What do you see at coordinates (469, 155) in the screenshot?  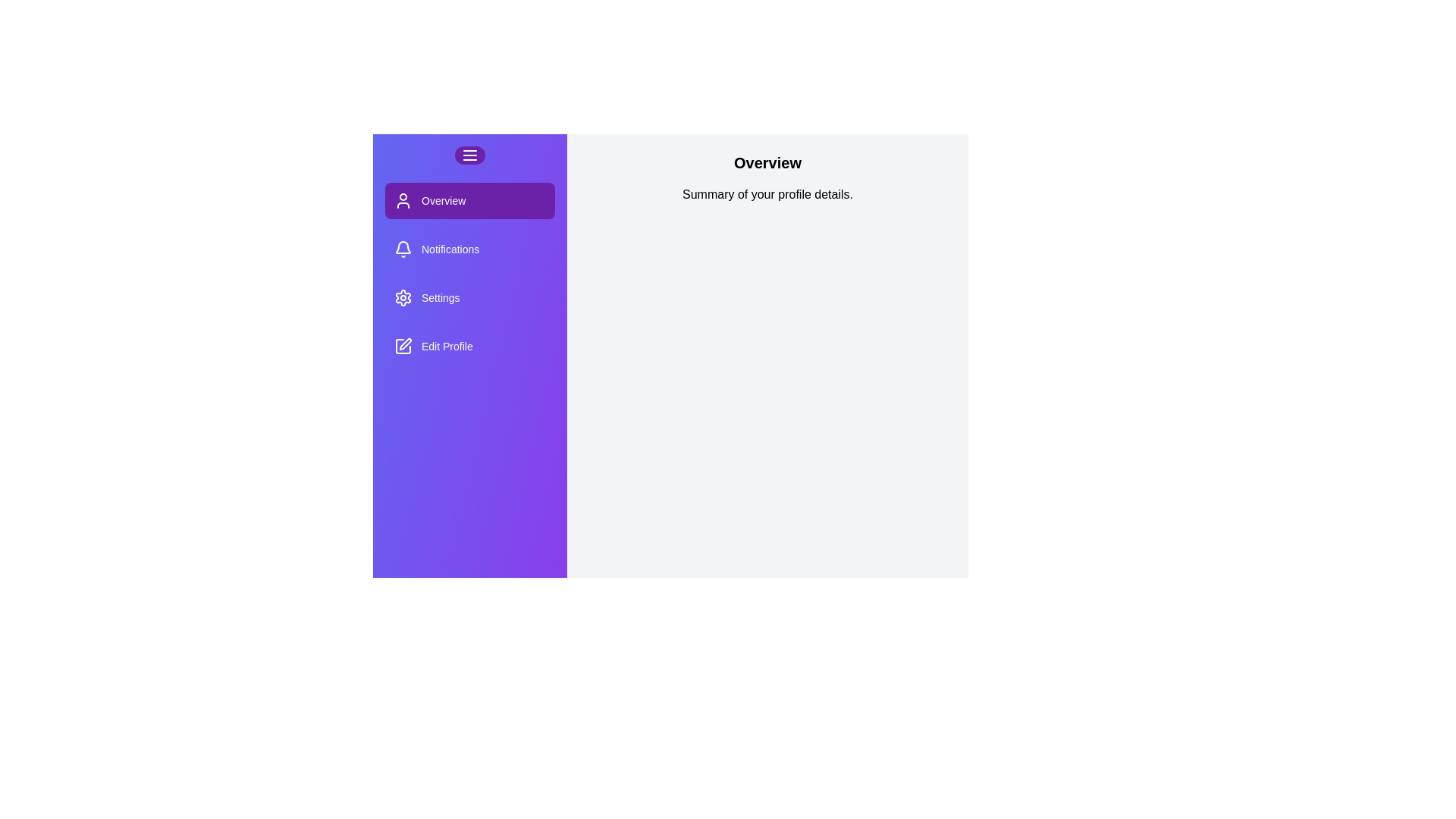 I see `the drawer toggle button to change the drawer's open state` at bounding box center [469, 155].